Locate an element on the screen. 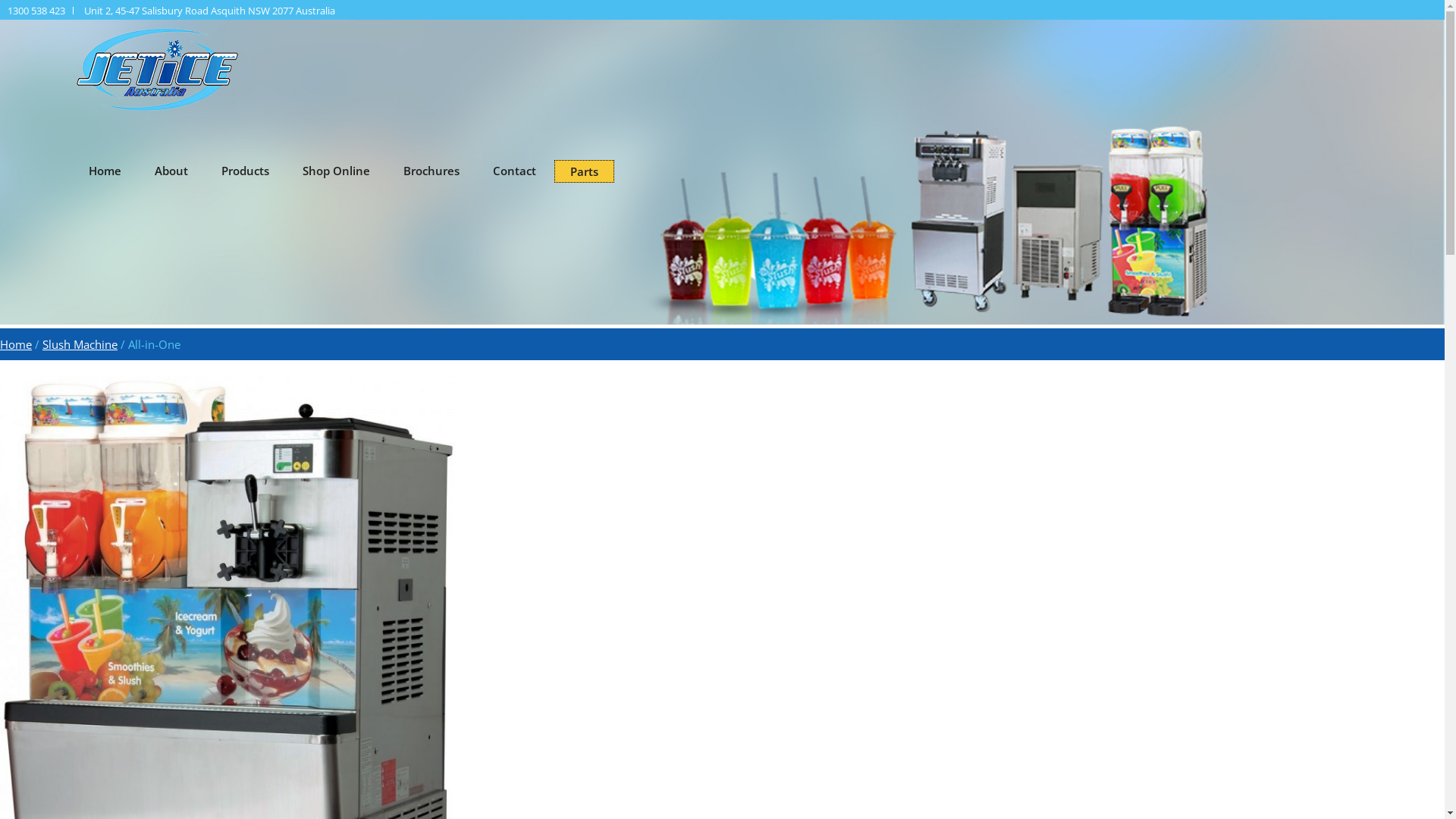 The height and width of the screenshot is (819, 1456). 'About' is located at coordinates (171, 170).